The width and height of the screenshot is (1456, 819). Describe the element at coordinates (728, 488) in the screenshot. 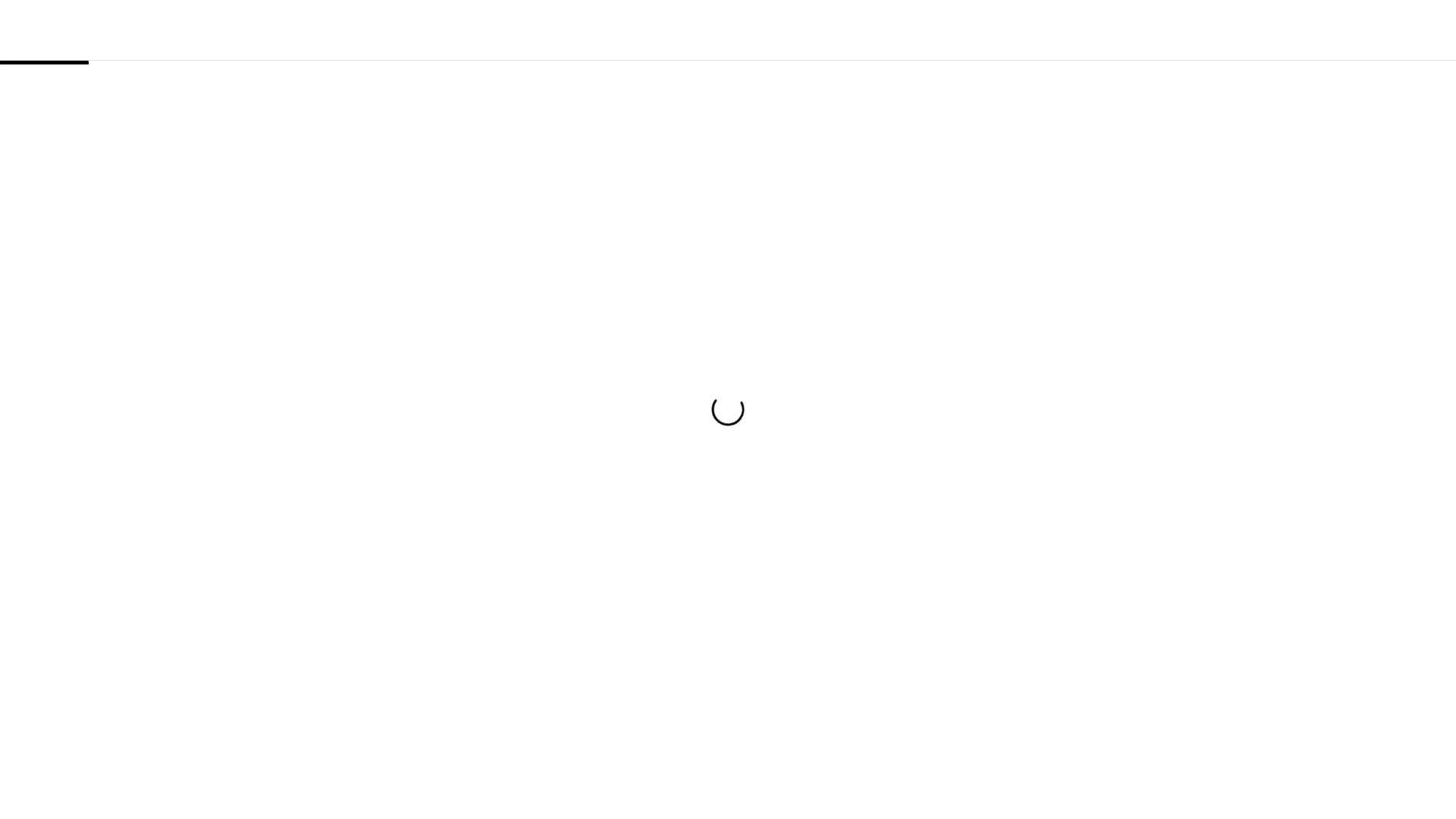

I see `ORDER NOW` at that location.